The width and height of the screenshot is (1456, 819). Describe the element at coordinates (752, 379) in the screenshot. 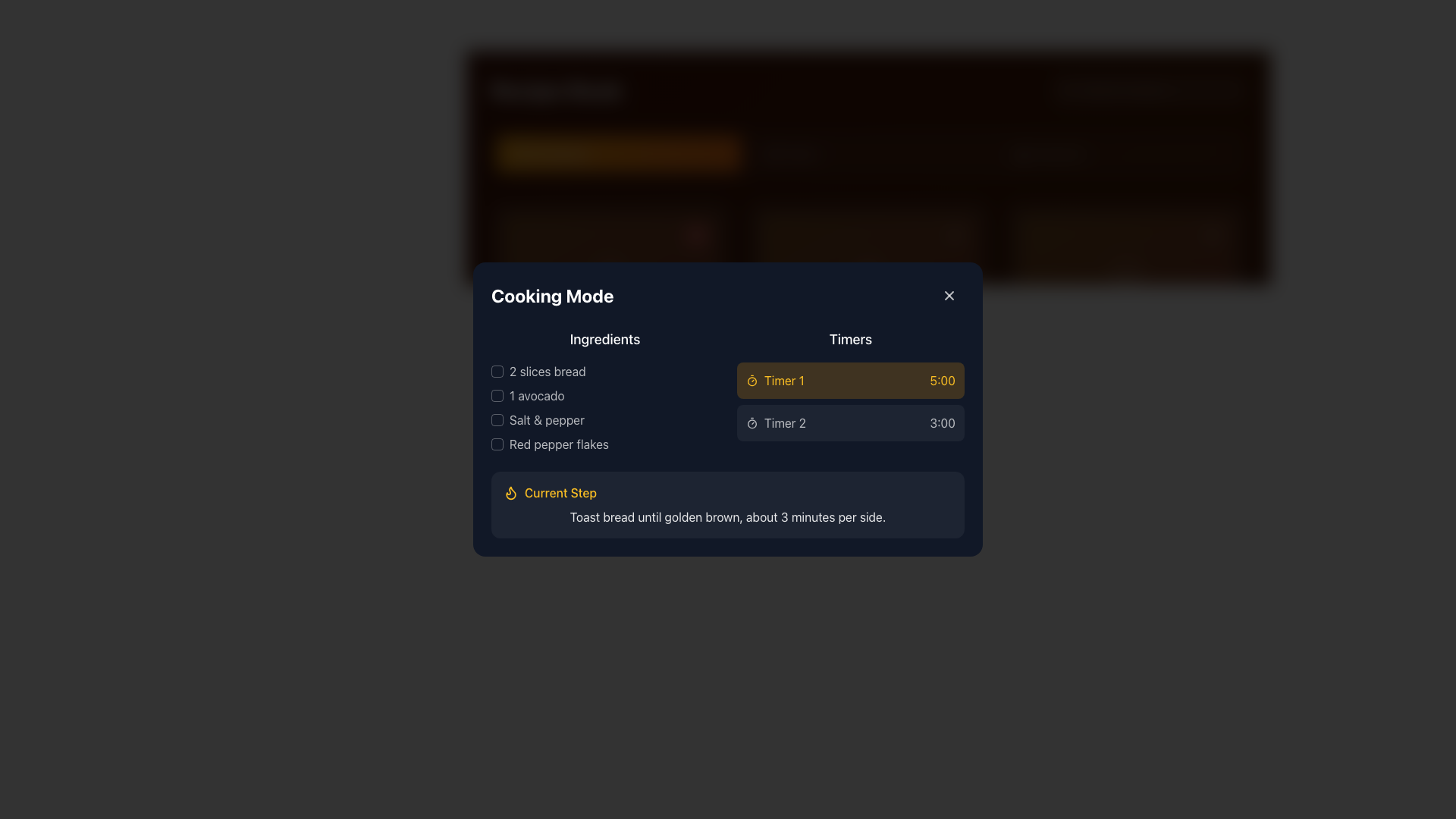

I see `the timer icon representing 'Timer 1' located in the 'Timers' section of the 'Cooking Mode' dialog box` at that location.